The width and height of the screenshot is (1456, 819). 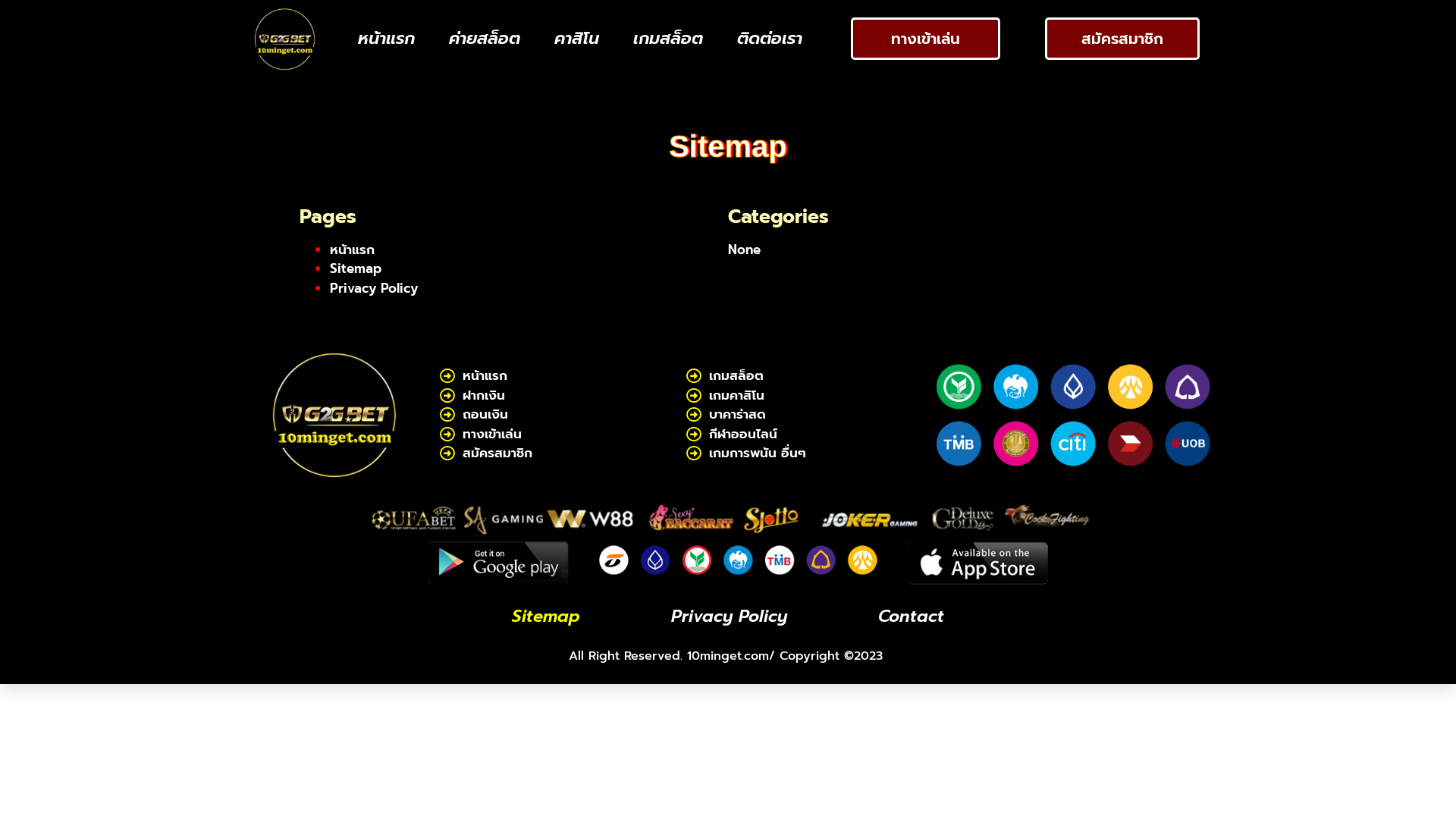 What do you see at coordinates (910, 617) in the screenshot?
I see `'Contact'` at bounding box center [910, 617].